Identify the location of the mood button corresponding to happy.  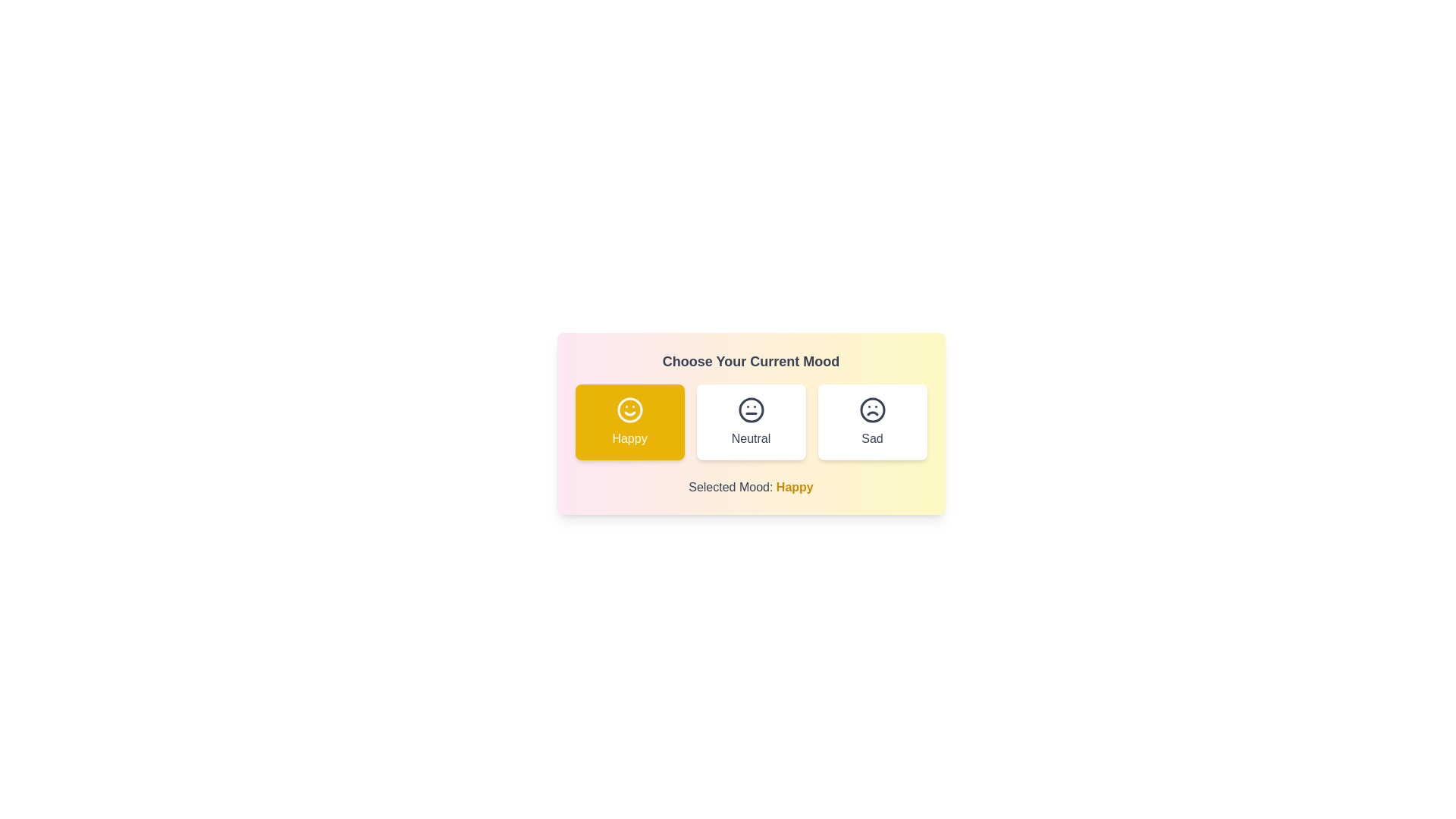
(629, 422).